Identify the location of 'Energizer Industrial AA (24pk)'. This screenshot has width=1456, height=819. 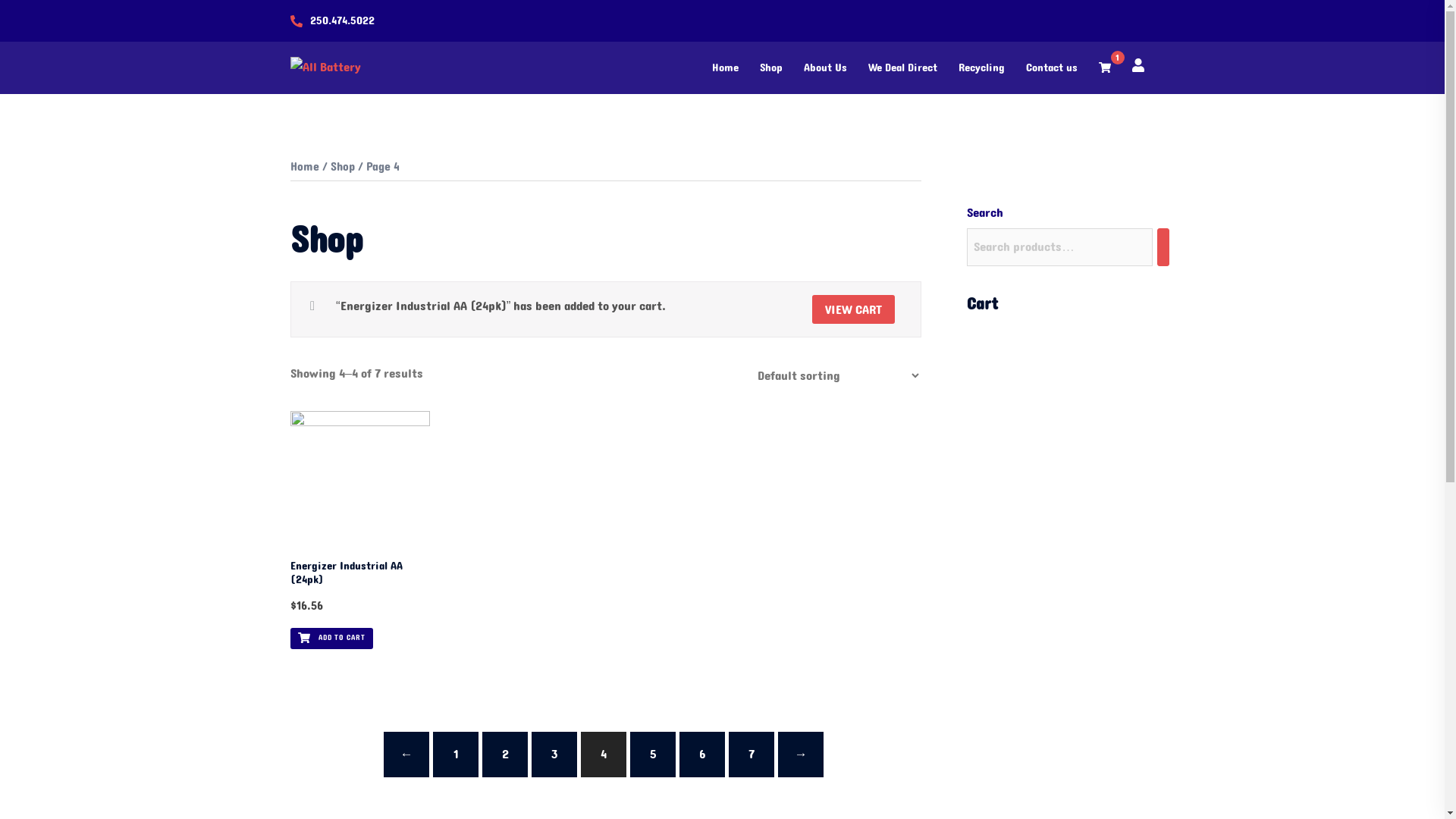
(359, 573).